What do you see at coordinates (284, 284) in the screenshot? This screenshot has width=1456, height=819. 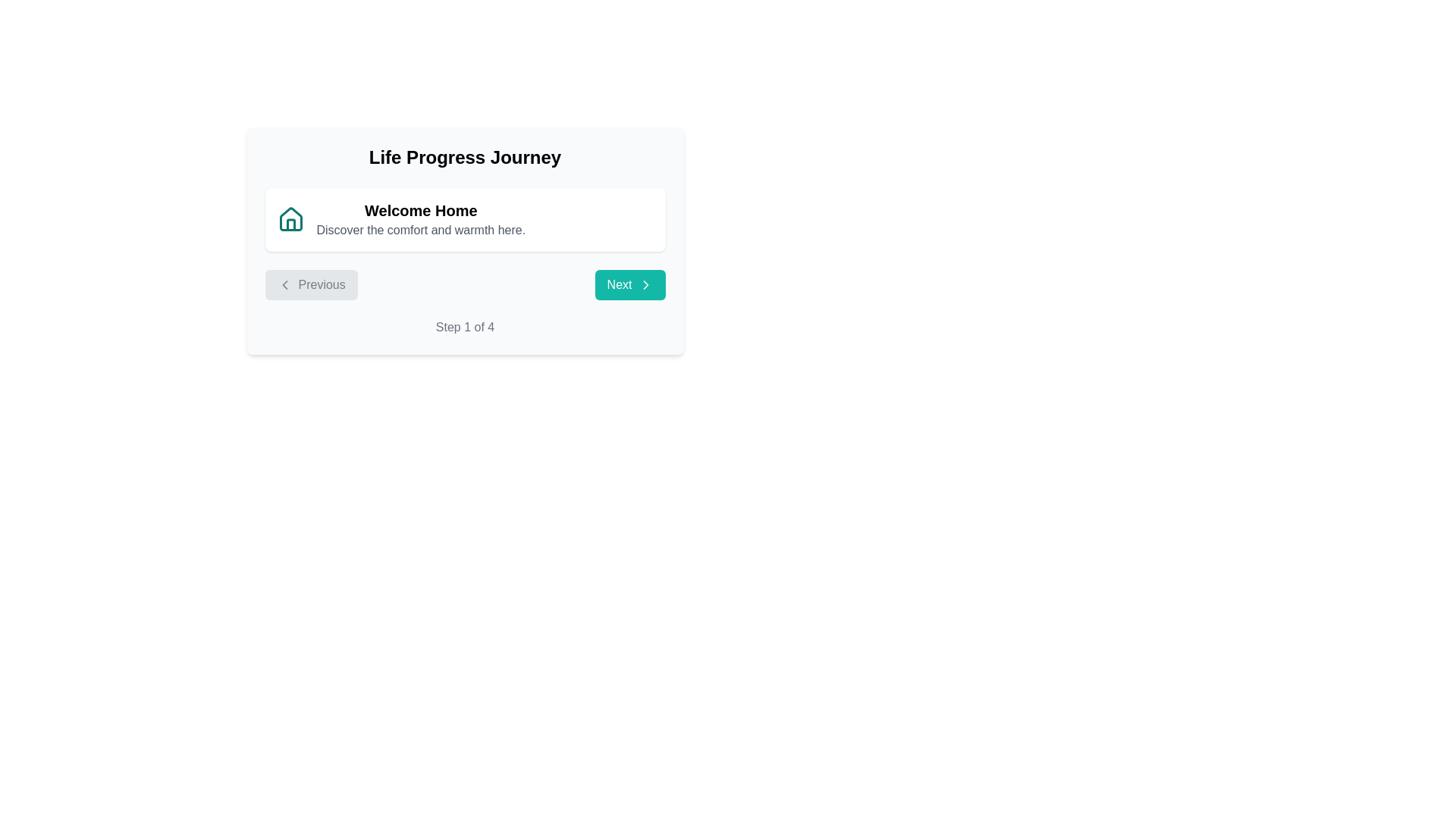 I see `the left-pointing chevron arrow icon in the 'Previous' button, which is visually styled with a gray color and slight rounded line cap, located towards the bottom of the central card-like interface` at bounding box center [284, 284].